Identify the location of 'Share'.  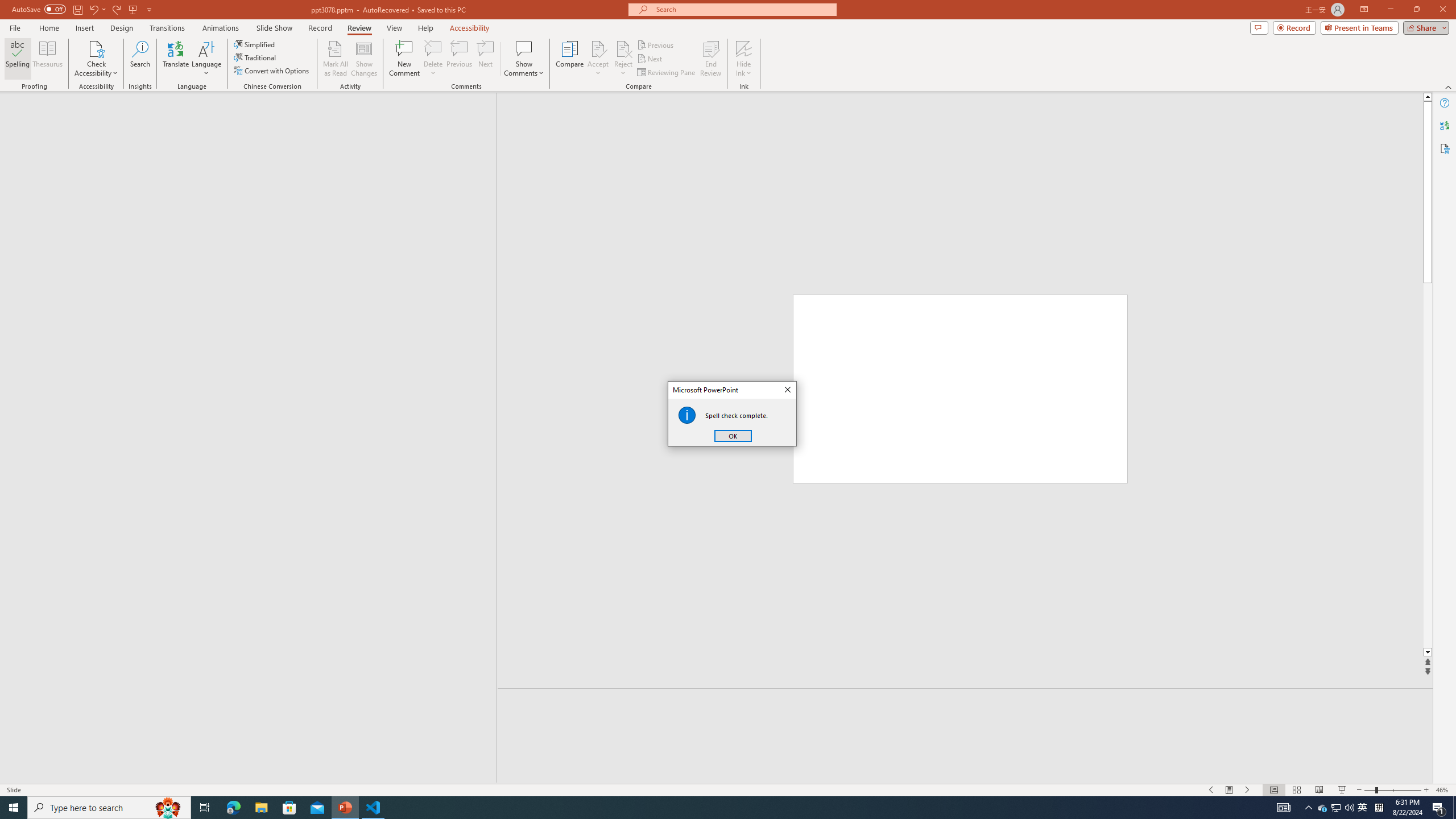
(1423, 27).